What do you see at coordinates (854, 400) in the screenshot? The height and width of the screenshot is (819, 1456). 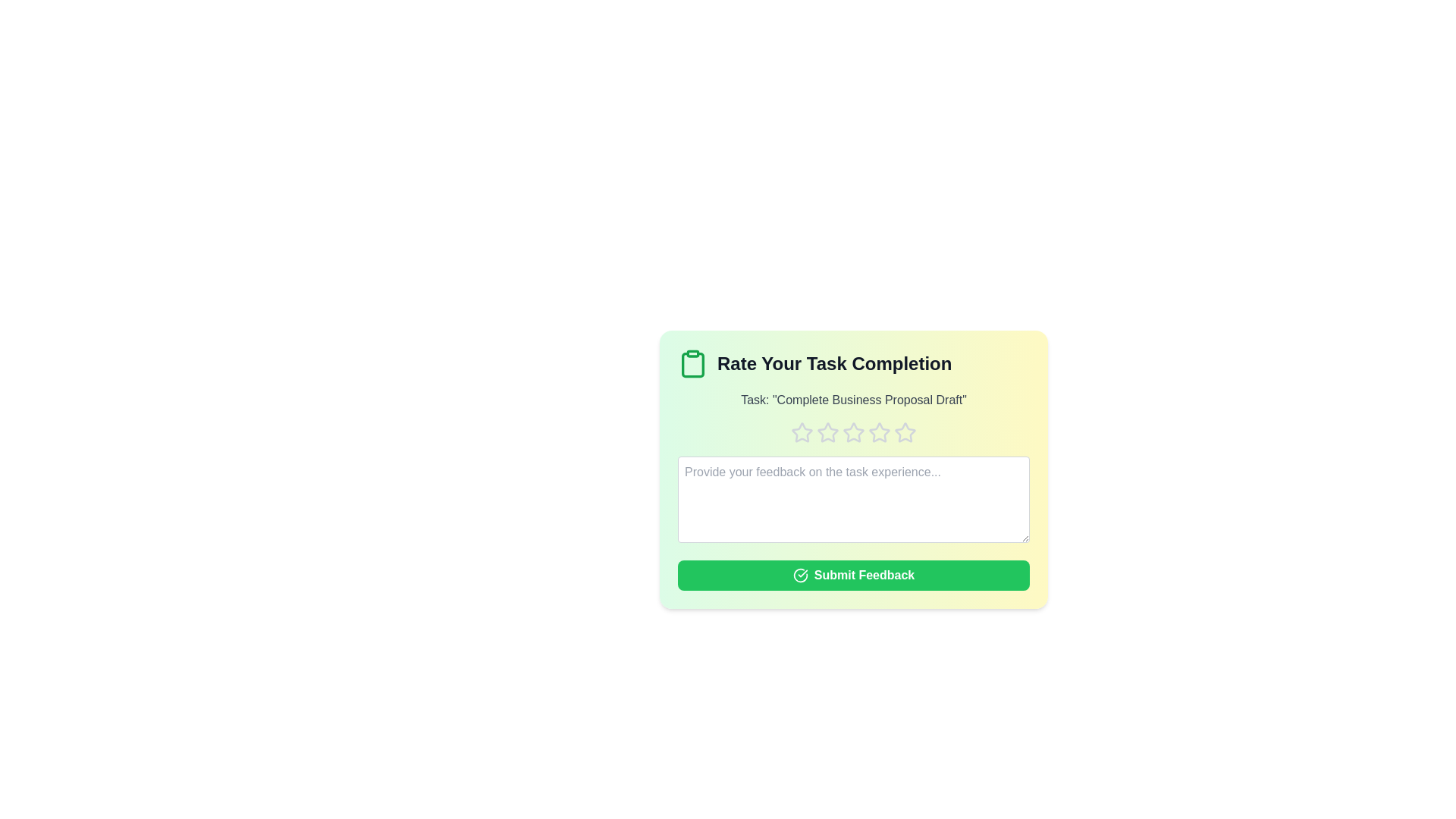 I see `the task description text` at bounding box center [854, 400].